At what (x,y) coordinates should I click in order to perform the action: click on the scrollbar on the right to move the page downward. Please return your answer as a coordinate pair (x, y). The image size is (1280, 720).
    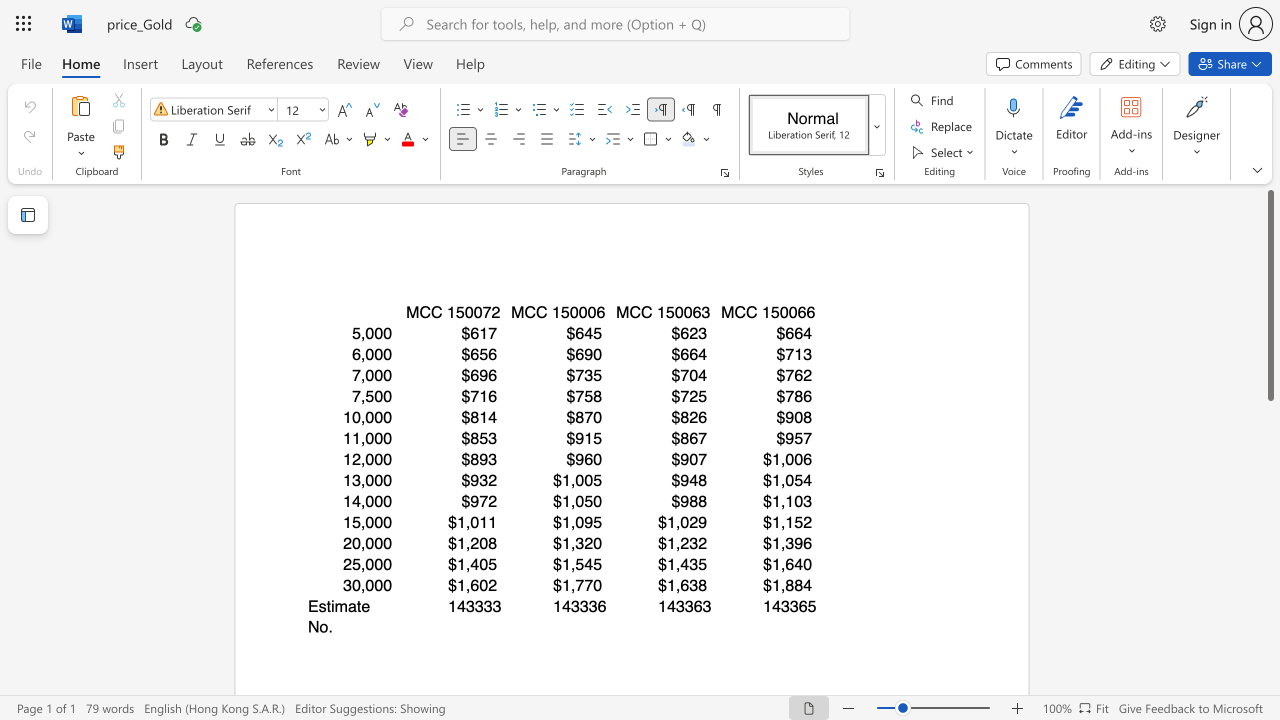
    Looking at the image, I should click on (1269, 490).